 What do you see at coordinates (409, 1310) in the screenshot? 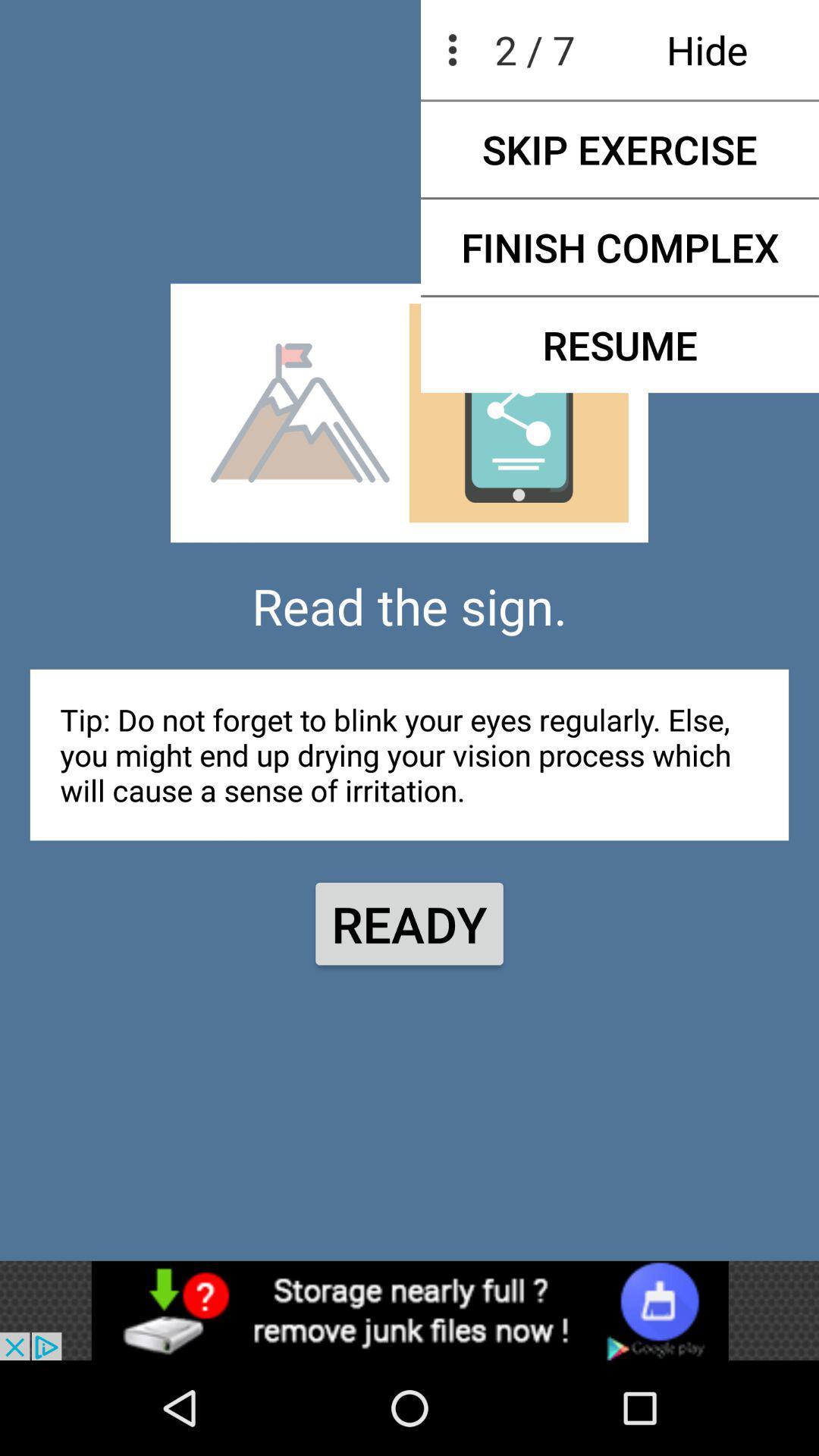
I see `advertisement page` at bounding box center [409, 1310].